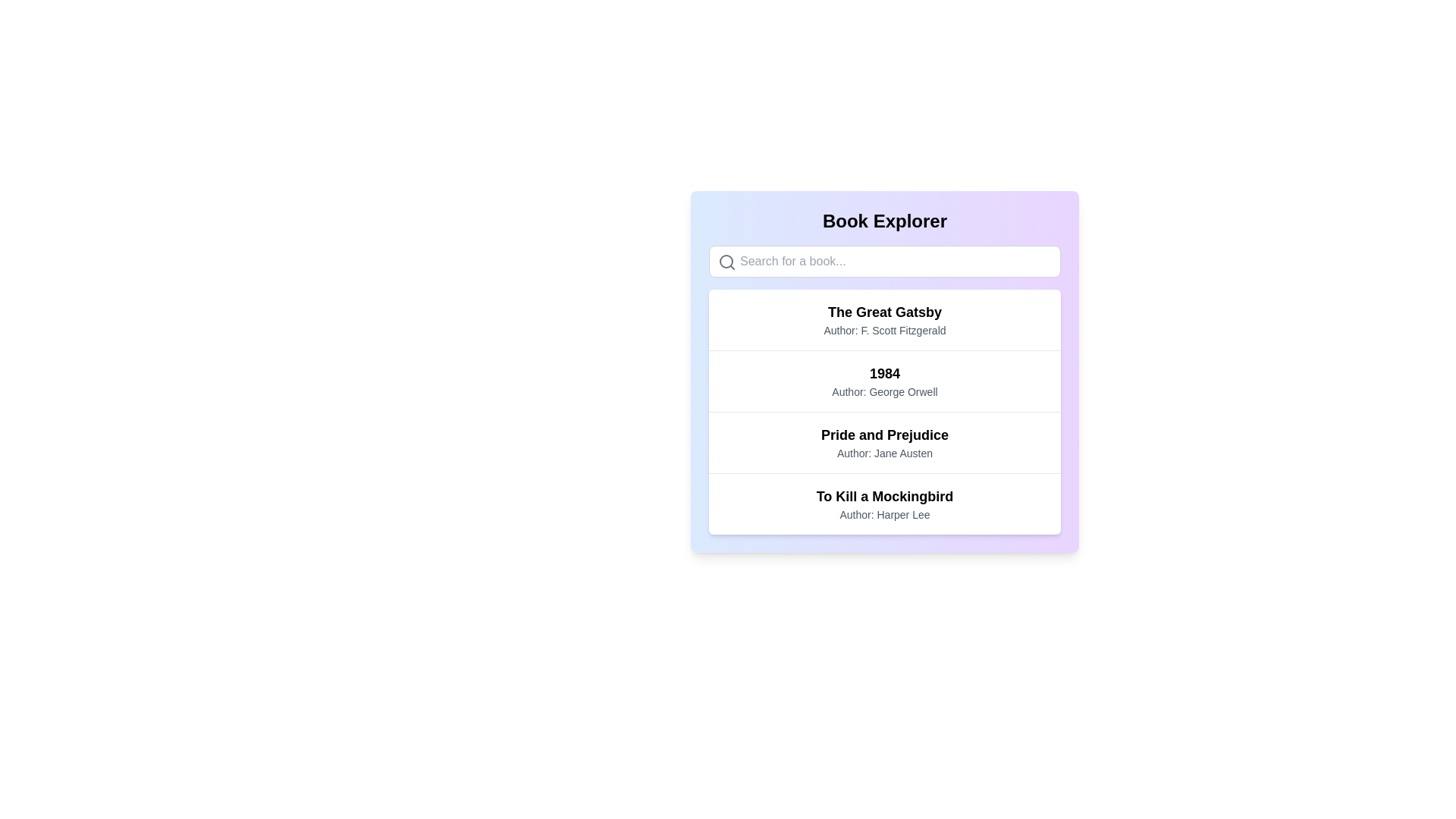  Describe the element at coordinates (884, 412) in the screenshot. I see `the second list item in the 'Book Explorer' card` at that location.